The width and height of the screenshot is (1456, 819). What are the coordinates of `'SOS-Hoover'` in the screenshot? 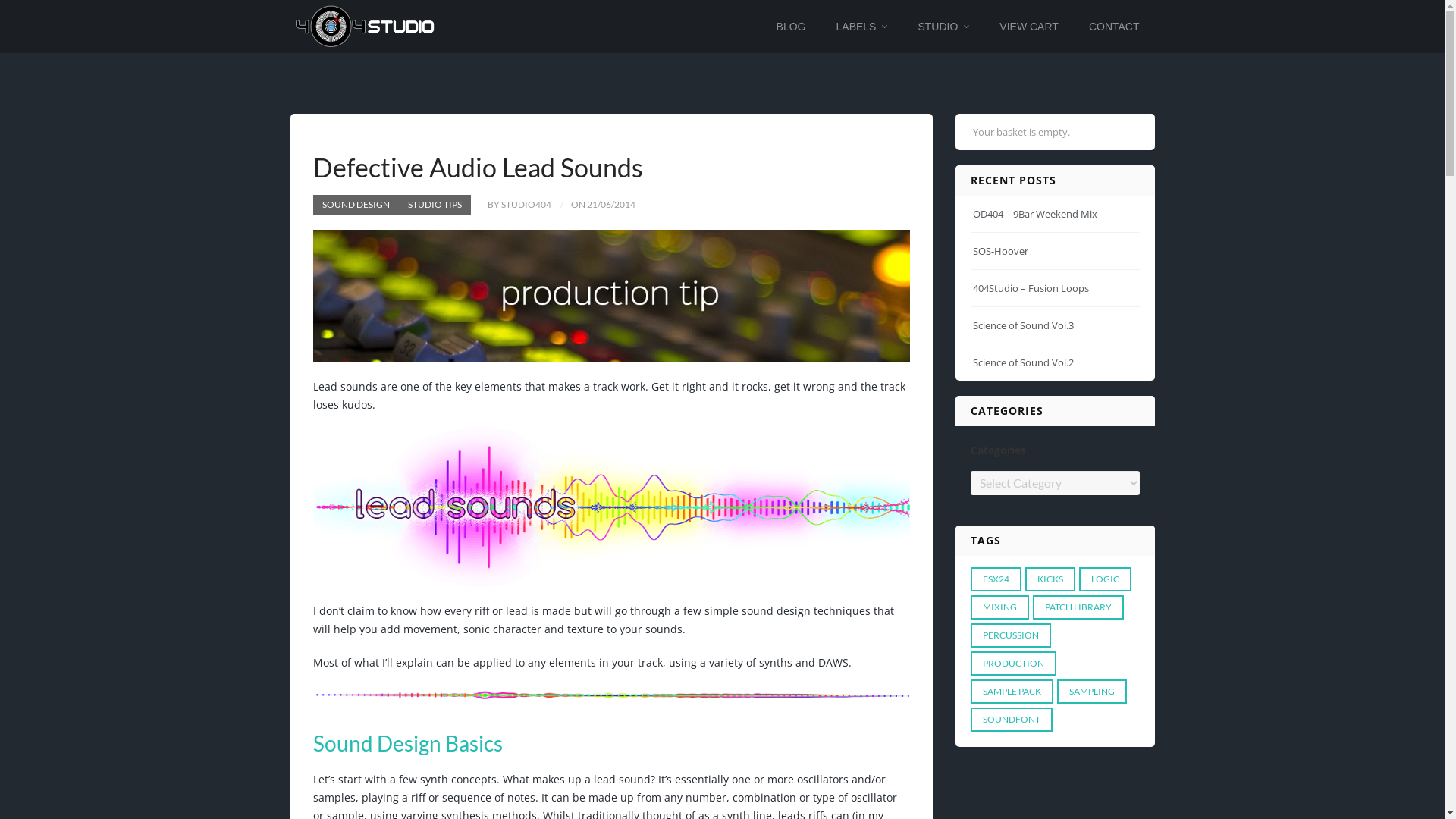 It's located at (1000, 250).